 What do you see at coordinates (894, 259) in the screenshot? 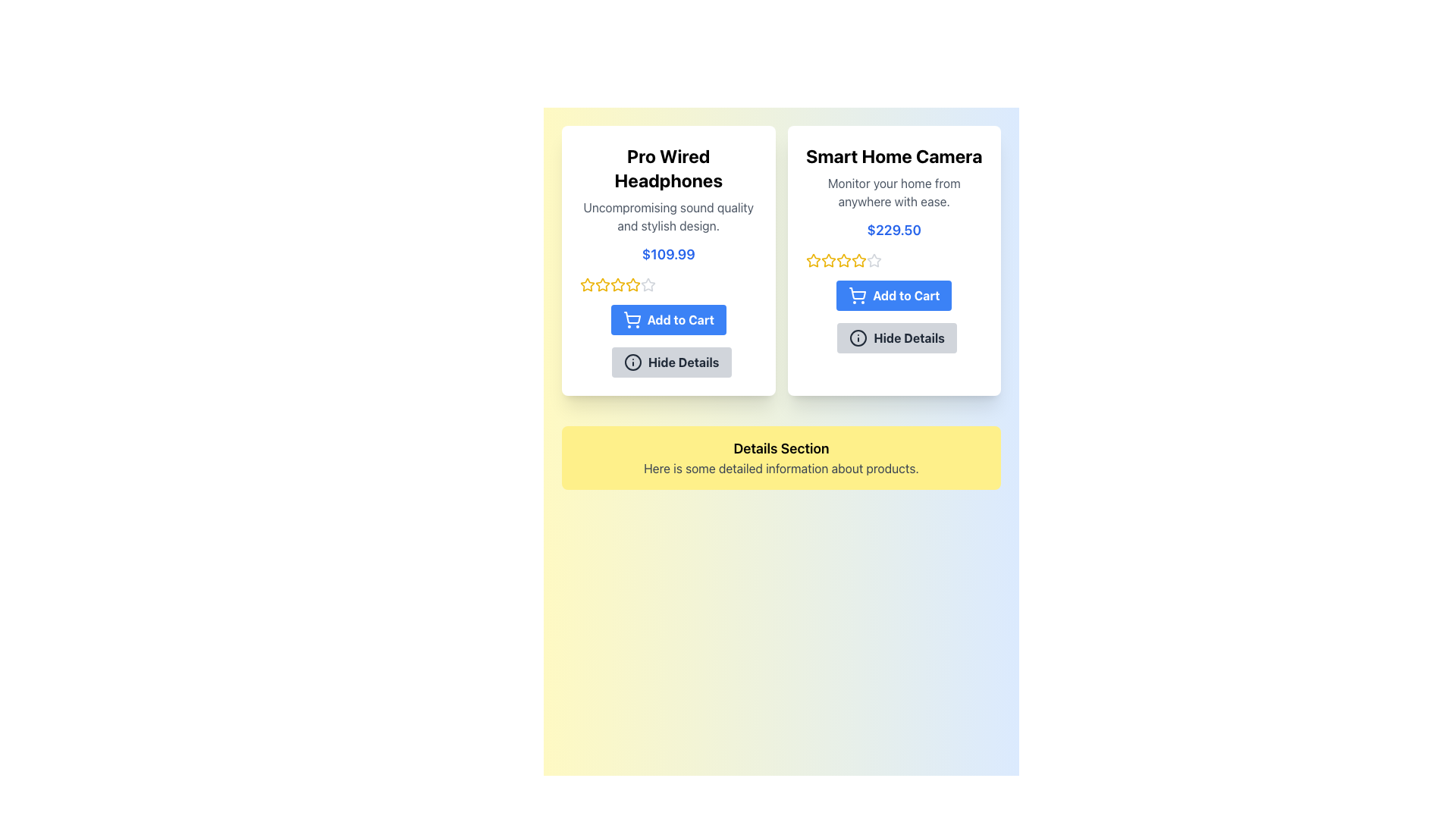
I see `each star in the rating component for the product 'Smart Home Camera' to visually indicate the rating options available` at bounding box center [894, 259].